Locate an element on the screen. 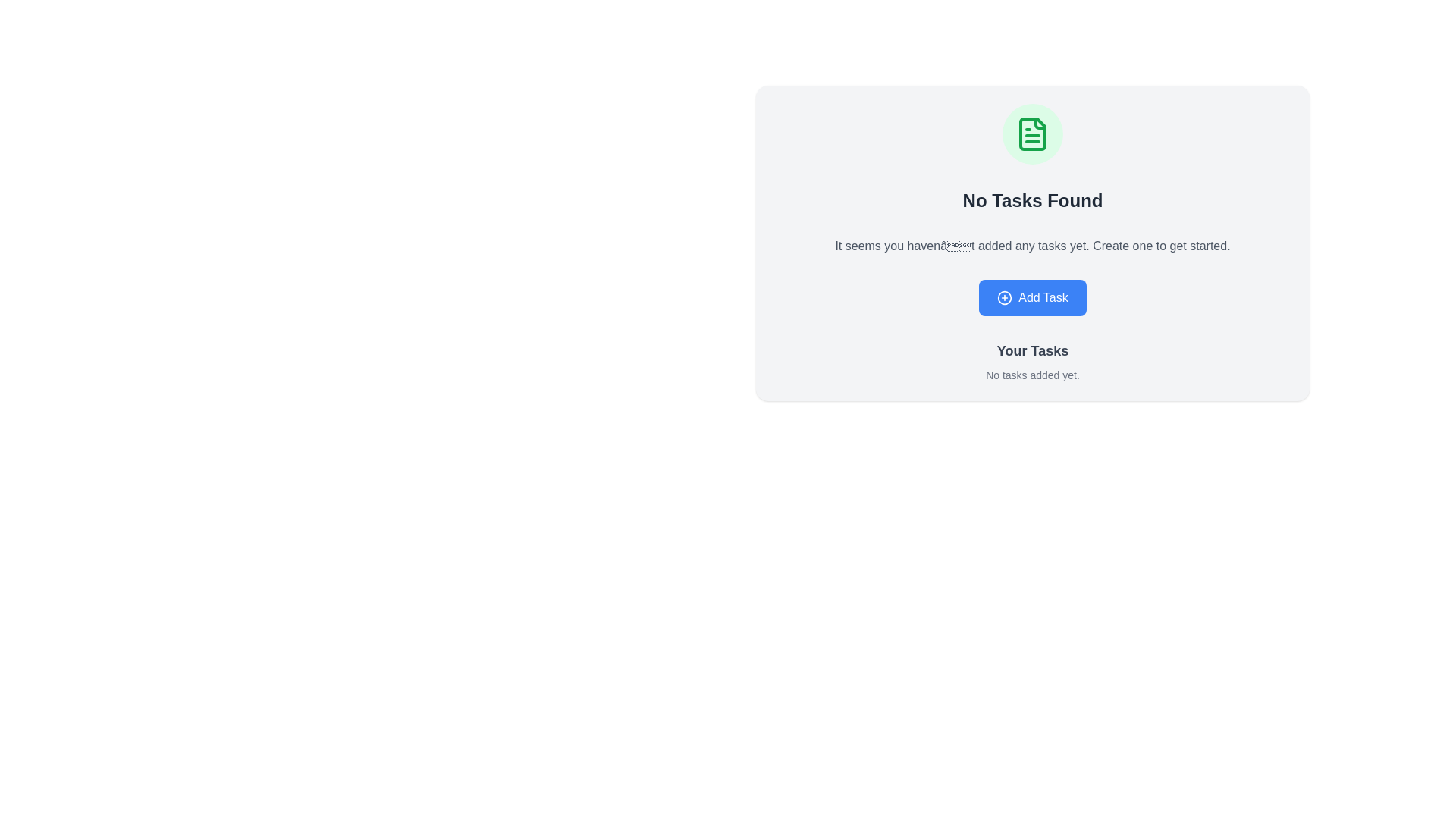  the blue rectangular button labeled 'Add Task' with a plus sign icon is located at coordinates (1032, 298).